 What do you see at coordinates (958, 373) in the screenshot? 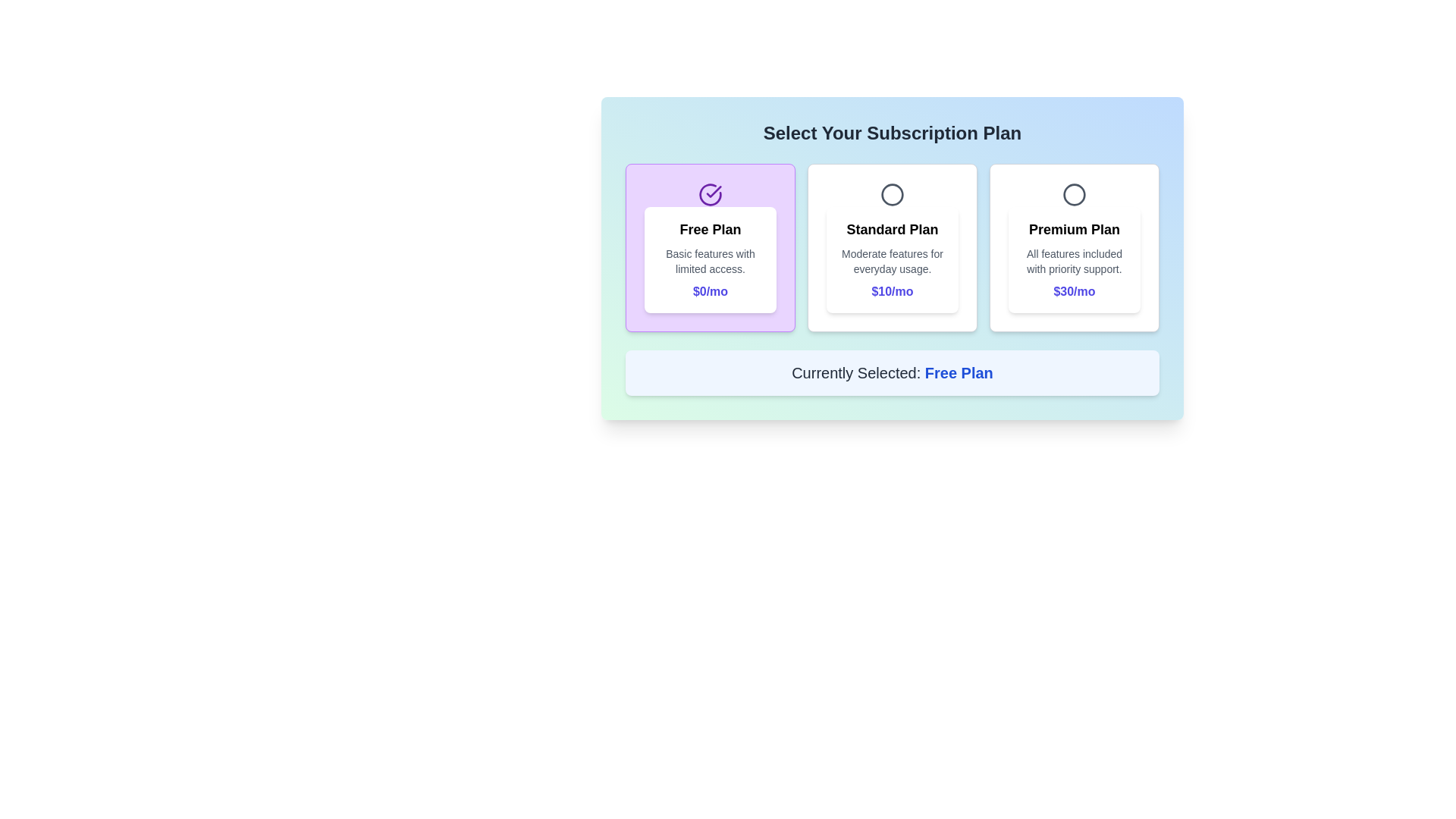
I see `the text label styled in bold blue font that displays 'Free Plan', which is located to the right of 'Currently Selected:' in the active selection bar` at bounding box center [958, 373].